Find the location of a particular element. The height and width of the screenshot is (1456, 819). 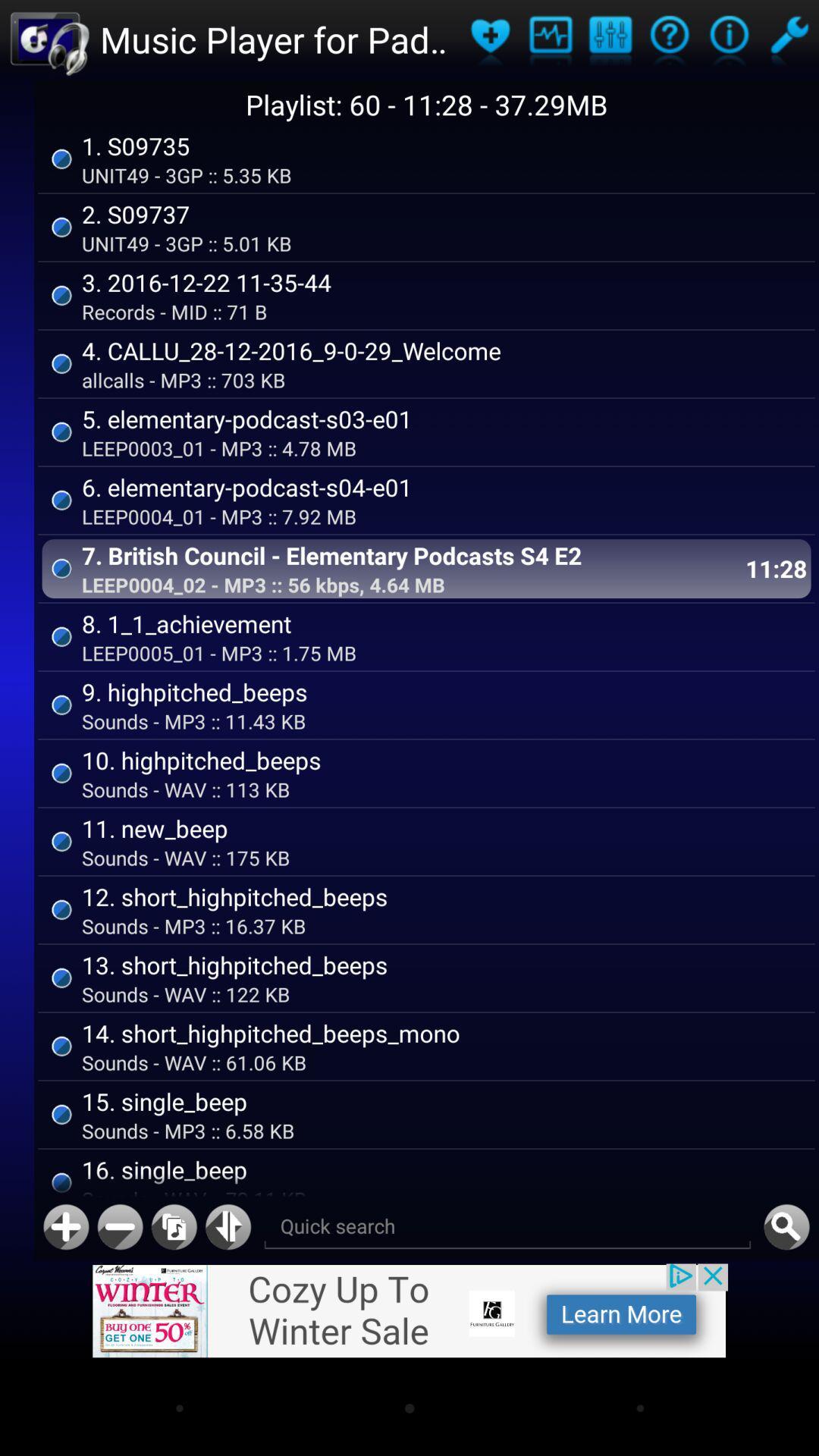

music is located at coordinates (173, 1227).